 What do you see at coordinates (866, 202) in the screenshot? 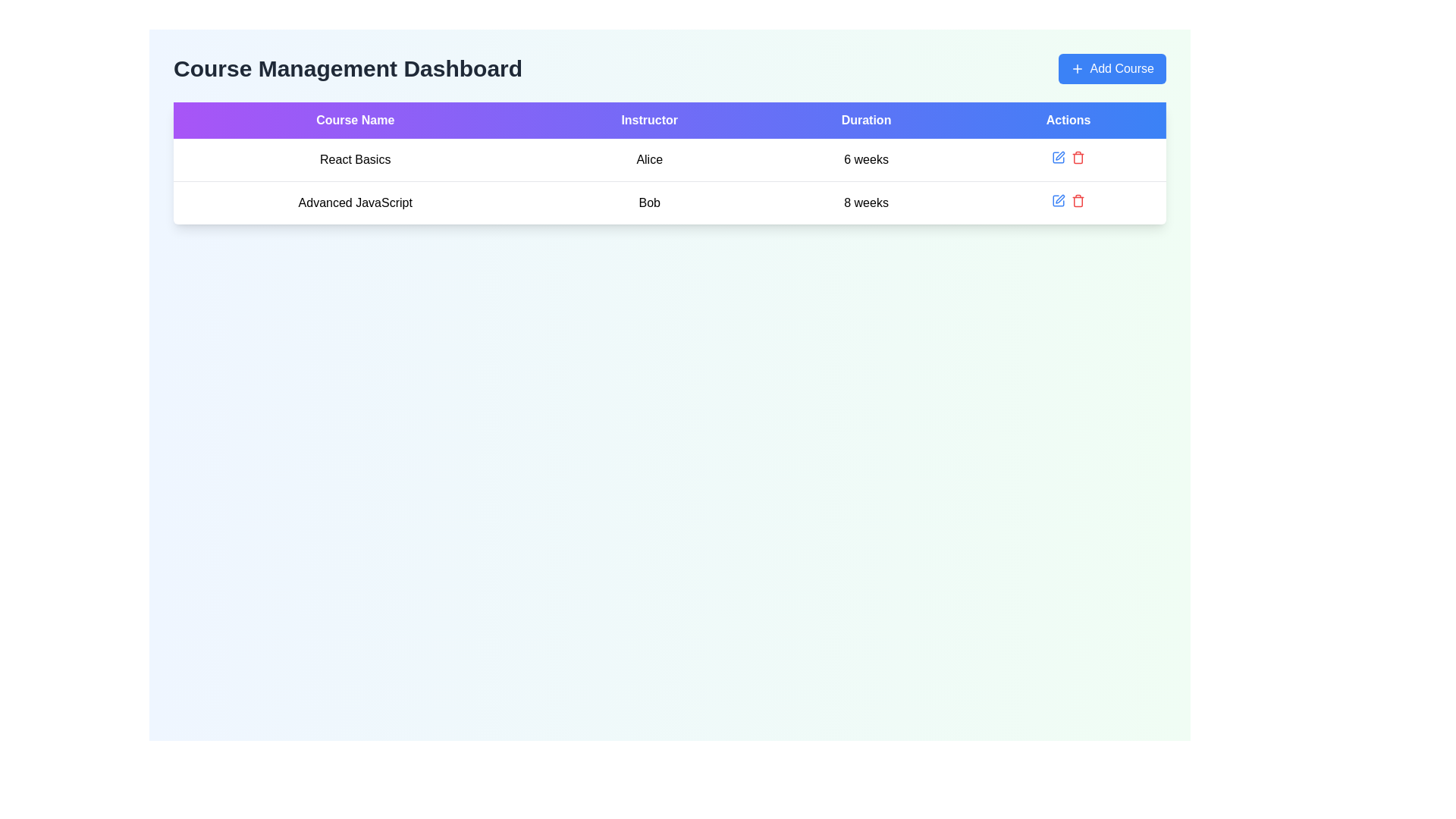
I see `the text label displaying '8 weeks' in the second row of the table under the 'Duration' column header` at bounding box center [866, 202].